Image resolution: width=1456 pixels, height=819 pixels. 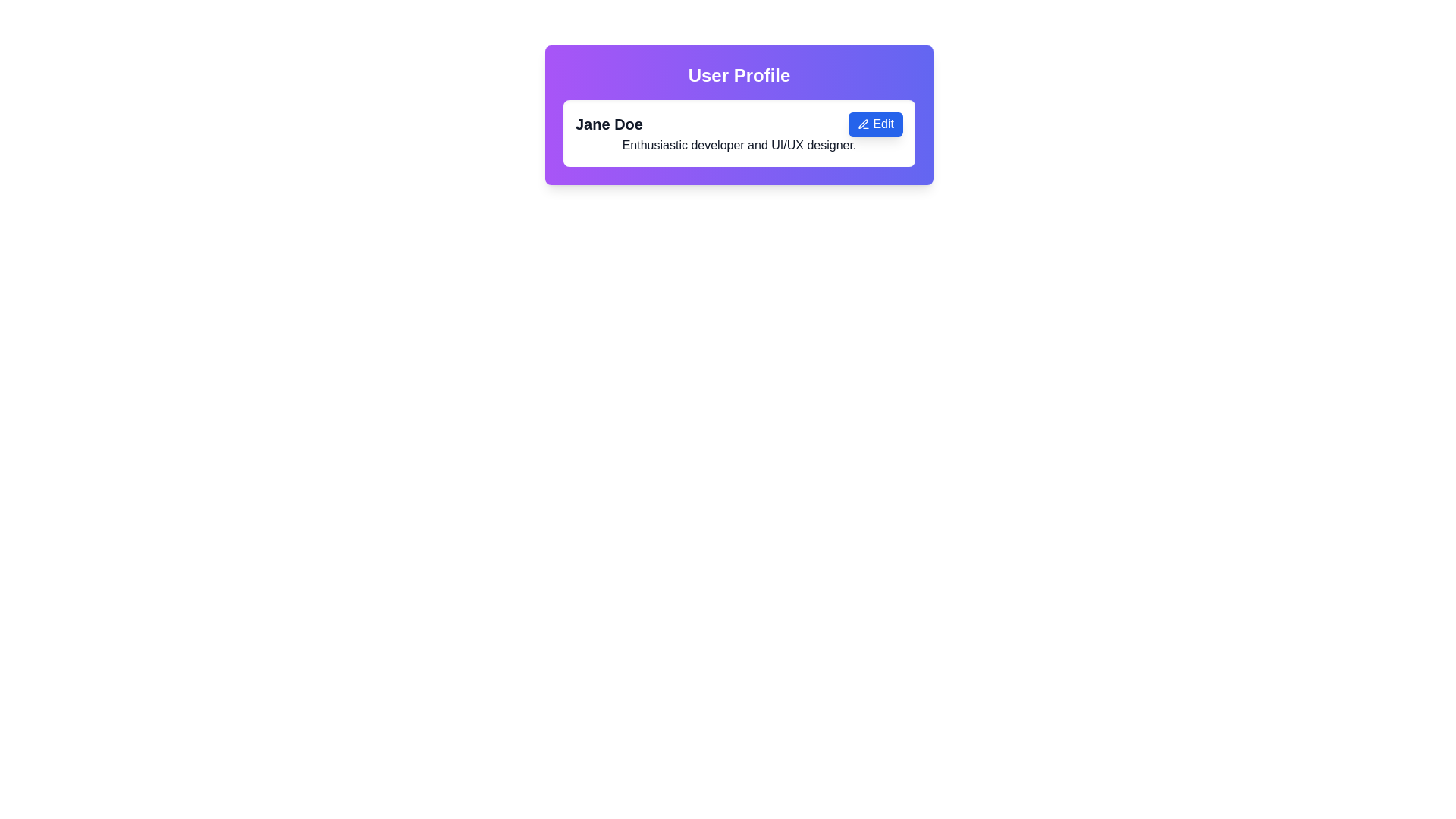 What do you see at coordinates (739, 145) in the screenshot?
I see `the static text content located at the bottom of the user profile card, which serves as a descriptor or tagline for the user` at bounding box center [739, 145].